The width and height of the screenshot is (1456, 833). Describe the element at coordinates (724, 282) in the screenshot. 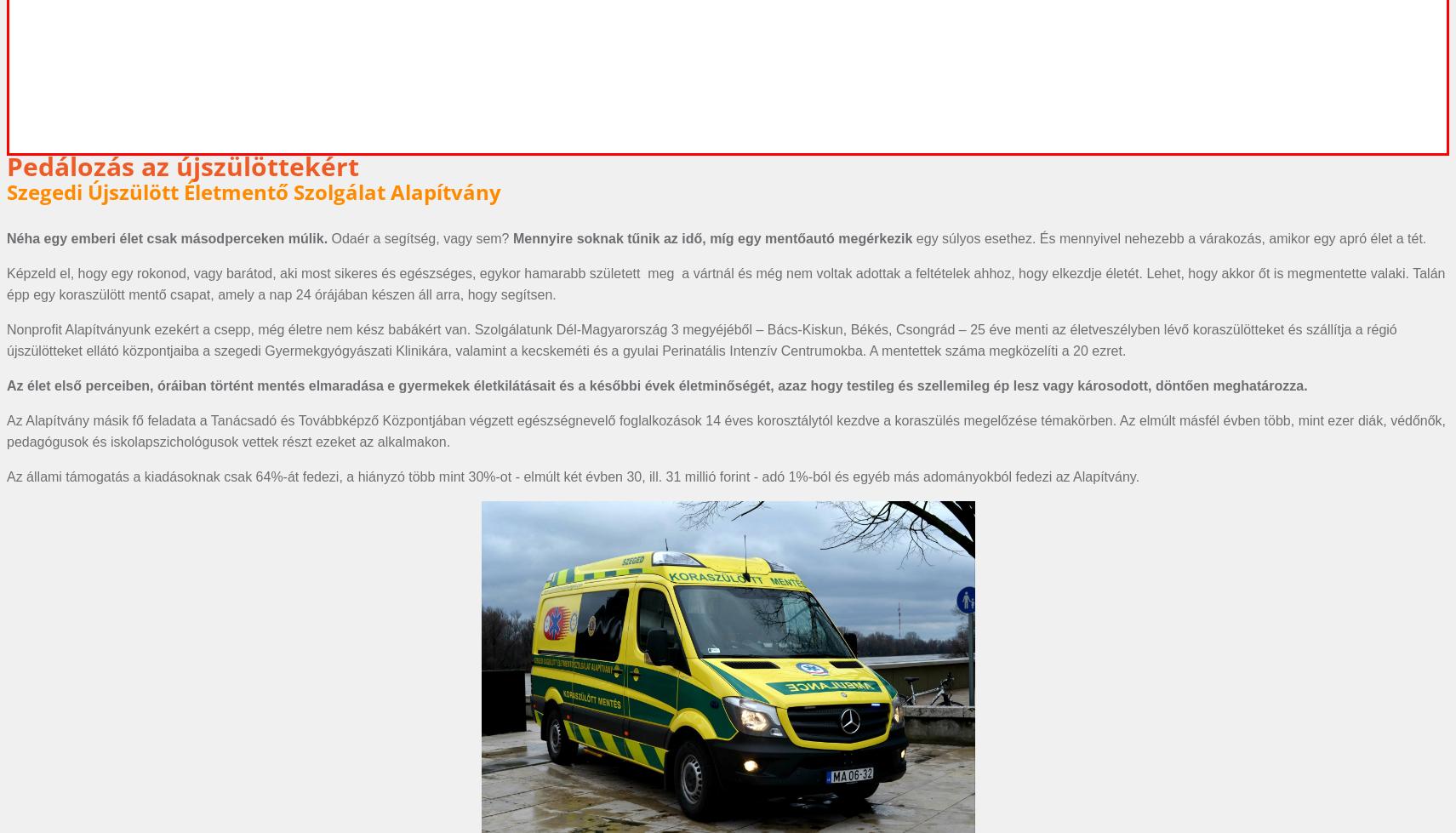

I see `'Képzeld el, hogy egy rokonod, vagy barátod, aki most sikeres és egészséges, egykor hamarabb született  meg  a vártnál és még nem voltak adottak a feltételek ahhoz, hogy elkezdje életét. Lehet, hogy akkor őt is megmentette
 valaki. Talán épp egy koraszülött mentő csapat, amely a nap 24 órájában készen áll arra, hogy segítsen.'` at that location.